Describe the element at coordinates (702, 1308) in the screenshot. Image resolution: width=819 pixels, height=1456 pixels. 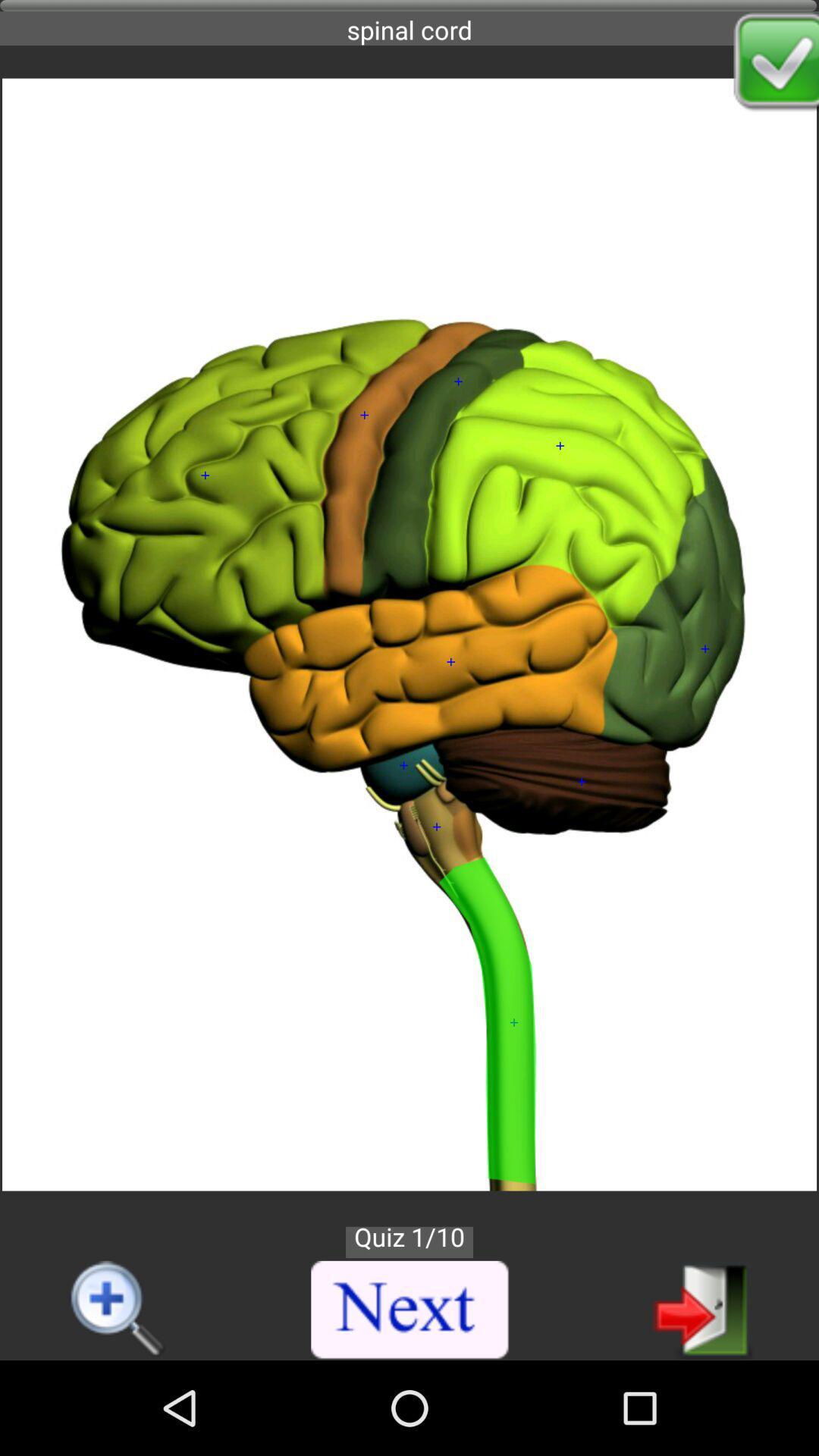
I see `for next quiz` at that location.